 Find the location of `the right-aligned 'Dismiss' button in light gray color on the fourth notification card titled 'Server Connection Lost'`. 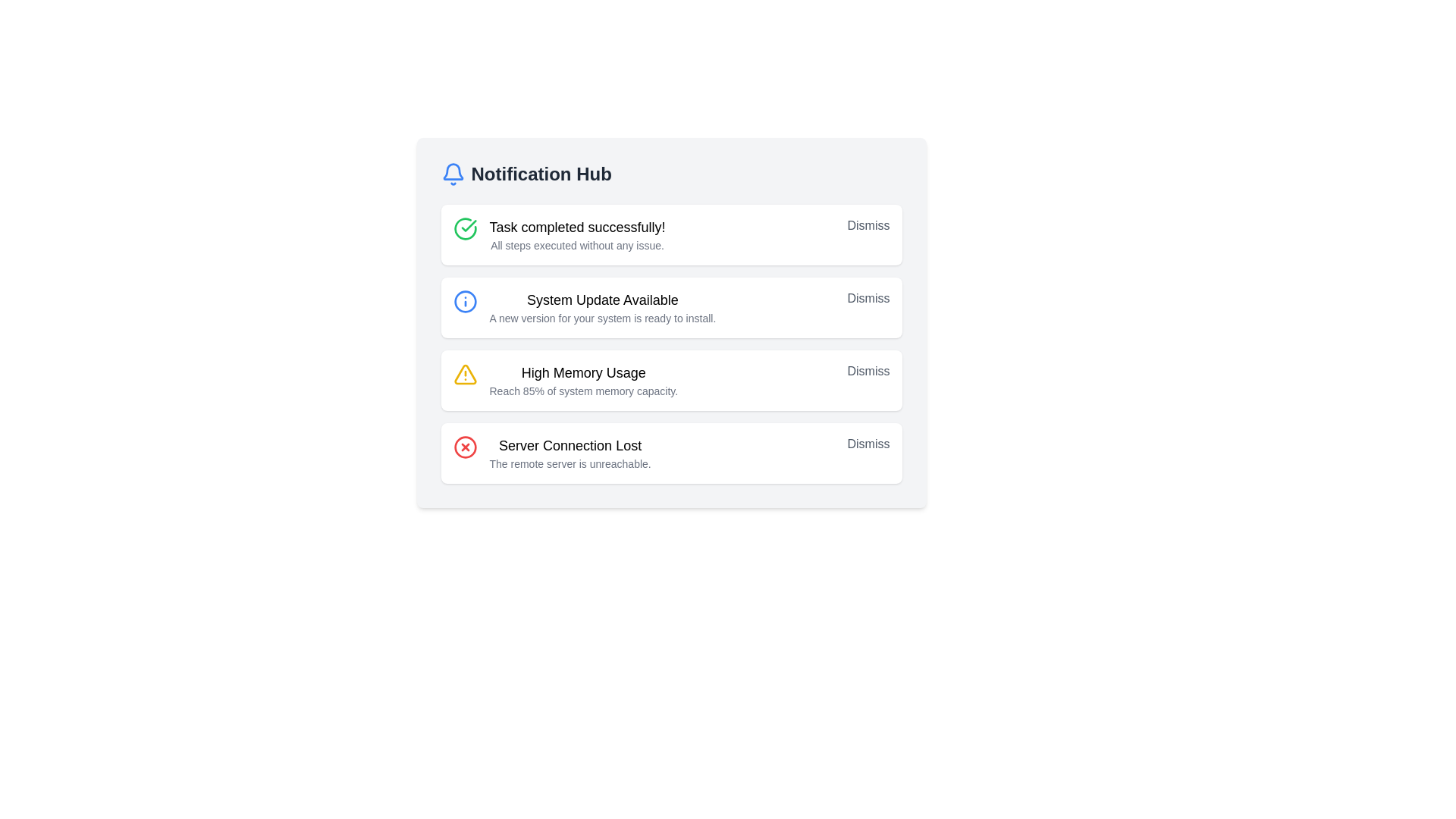

the right-aligned 'Dismiss' button in light gray color on the fourth notification card titled 'Server Connection Lost' is located at coordinates (868, 444).